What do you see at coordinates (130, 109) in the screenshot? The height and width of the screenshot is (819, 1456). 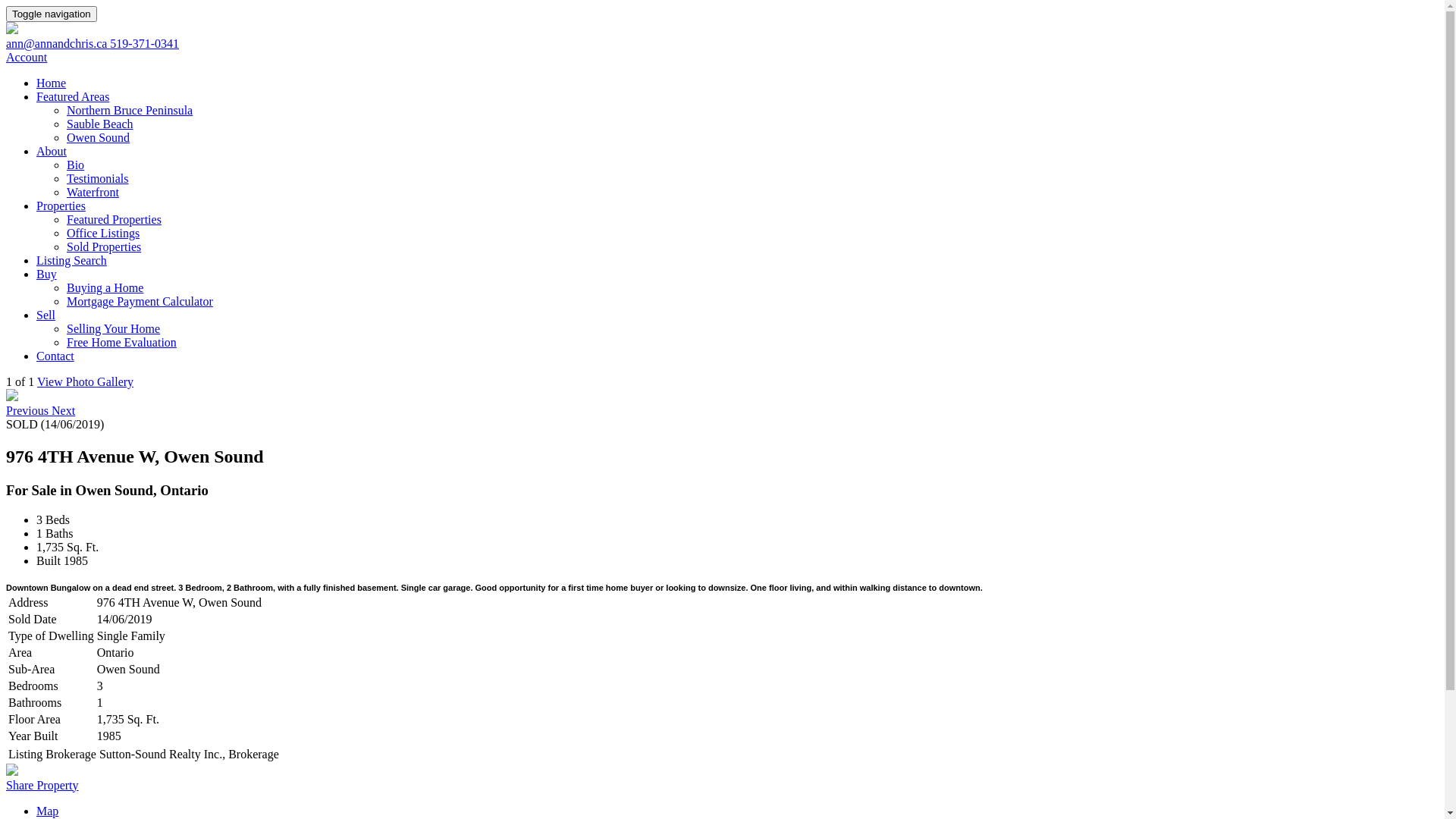 I see `'Northern Bruce Peninsula'` at bounding box center [130, 109].